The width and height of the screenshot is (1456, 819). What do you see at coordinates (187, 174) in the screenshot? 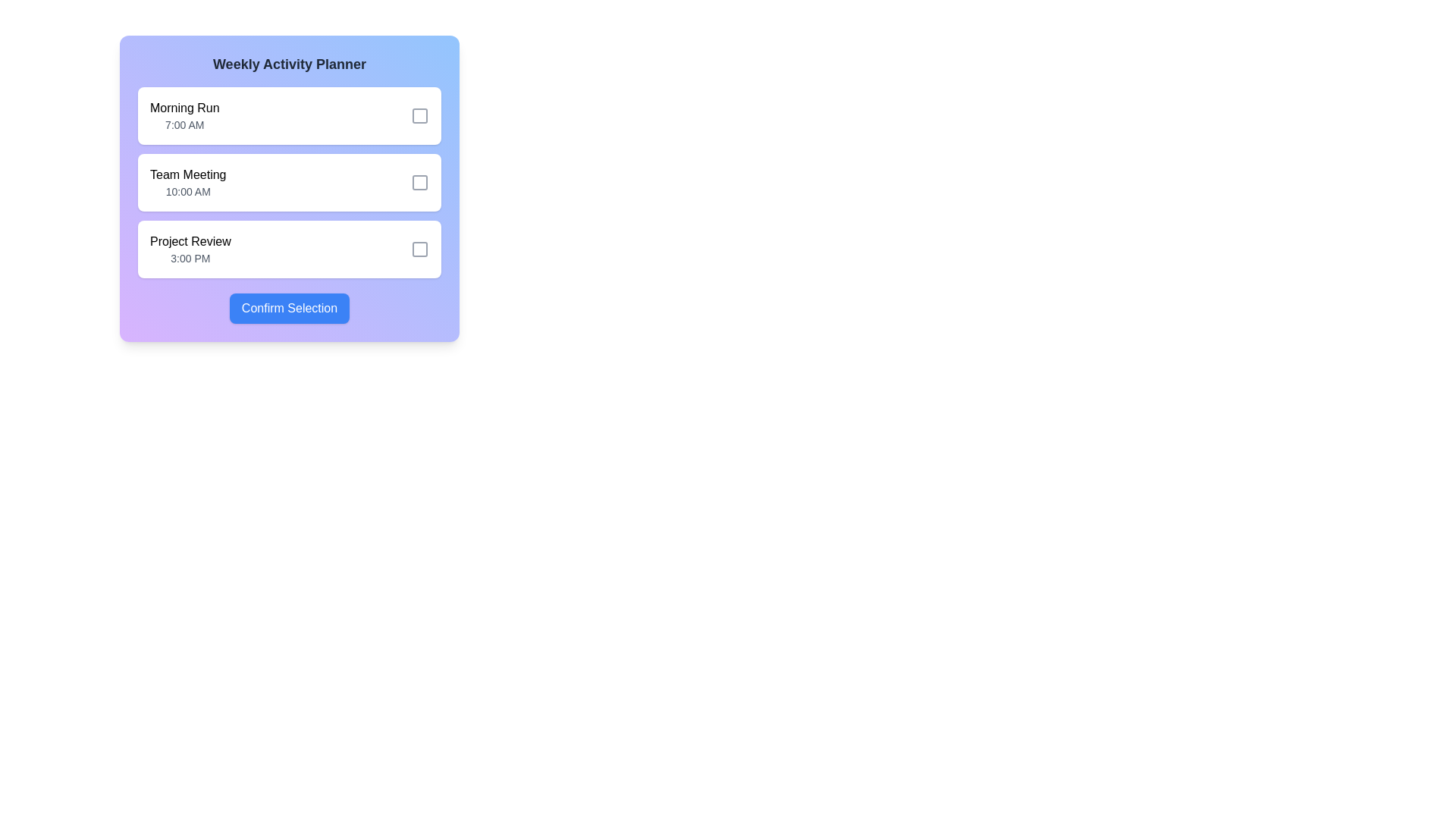
I see `the text label that serves as the title of a scheduled activity, which is located in the second entry of a vertically stacked list, centrally aligned above the time '10:00 AM'` at bounding box center [187, 174].